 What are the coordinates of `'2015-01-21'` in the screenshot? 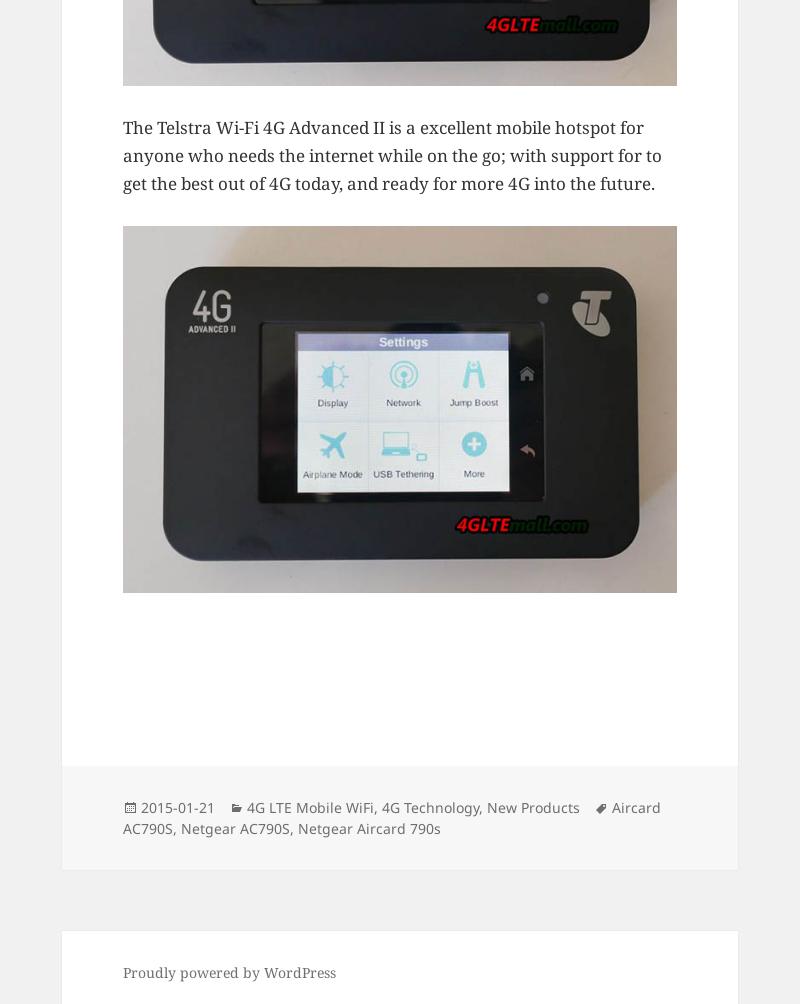 It's located at (177, 806).